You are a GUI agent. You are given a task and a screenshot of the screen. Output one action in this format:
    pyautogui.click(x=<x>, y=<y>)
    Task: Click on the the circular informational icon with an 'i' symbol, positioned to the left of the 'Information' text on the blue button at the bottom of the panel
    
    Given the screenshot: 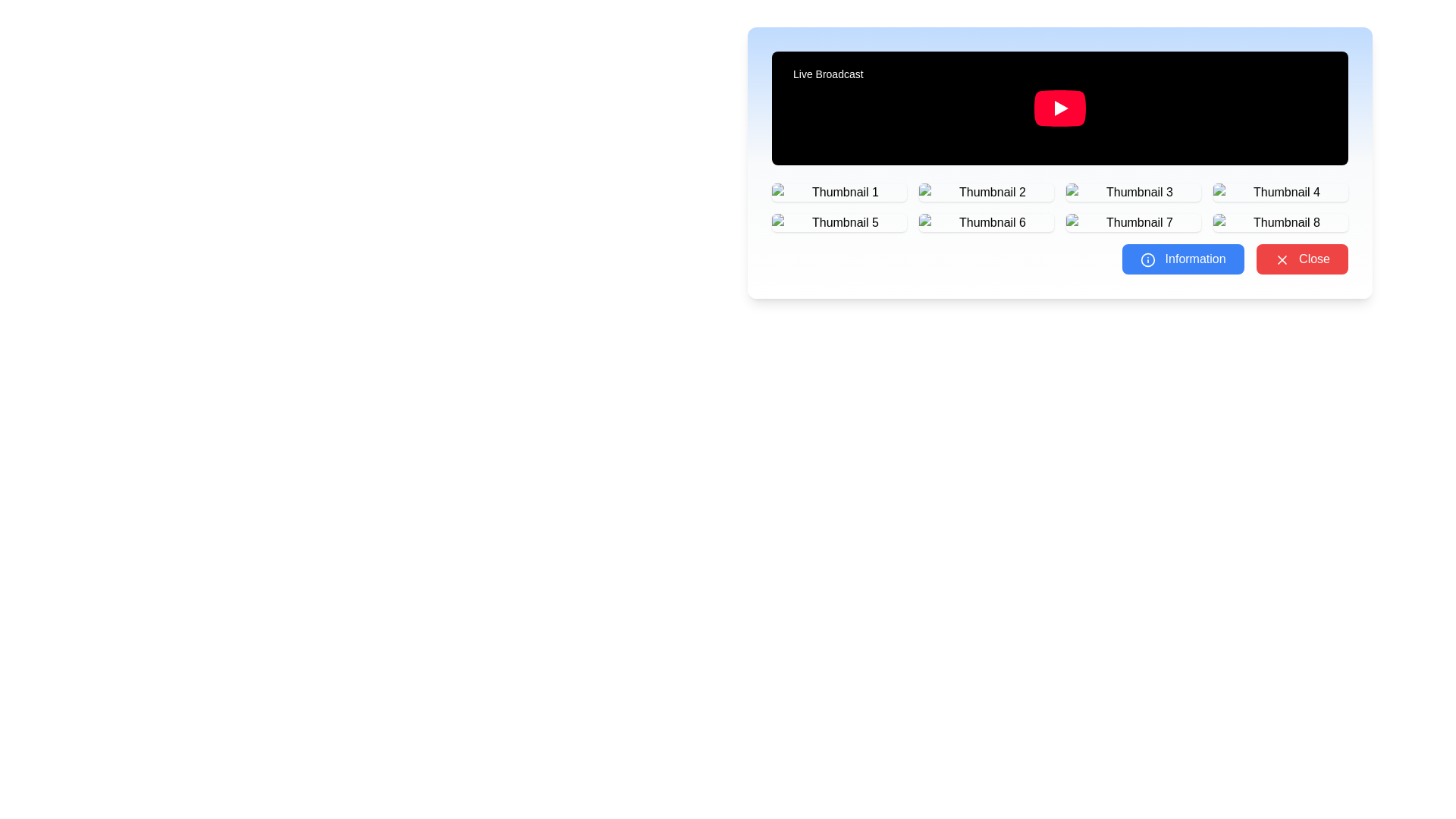 What is the action you would take?
    pyautogui.click(x=1148, y=259)
    